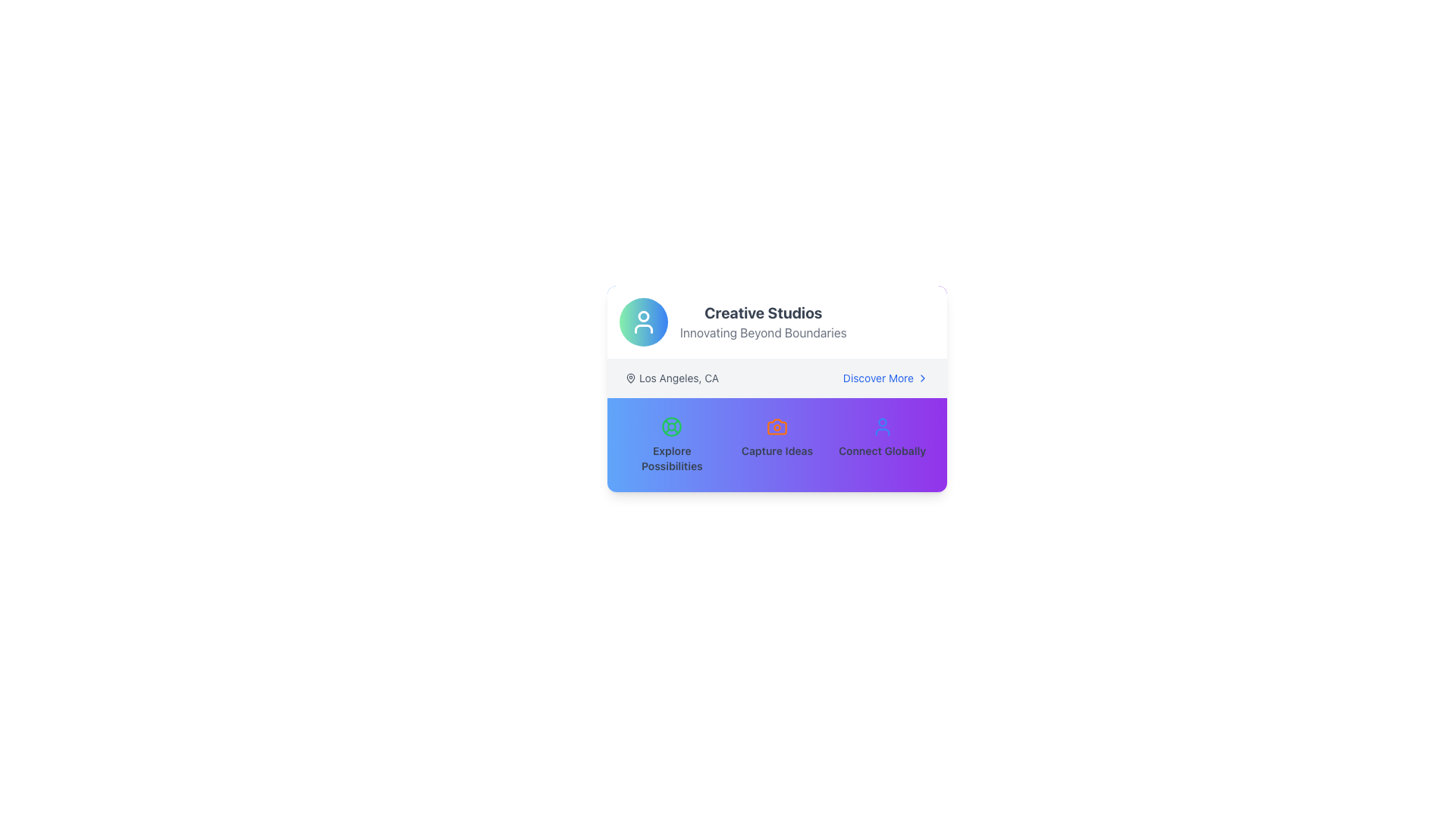  I want to click on the life buoy icon, which is the first icon in the options card above the 'Explore Possibilities' label, so click(671, 427).